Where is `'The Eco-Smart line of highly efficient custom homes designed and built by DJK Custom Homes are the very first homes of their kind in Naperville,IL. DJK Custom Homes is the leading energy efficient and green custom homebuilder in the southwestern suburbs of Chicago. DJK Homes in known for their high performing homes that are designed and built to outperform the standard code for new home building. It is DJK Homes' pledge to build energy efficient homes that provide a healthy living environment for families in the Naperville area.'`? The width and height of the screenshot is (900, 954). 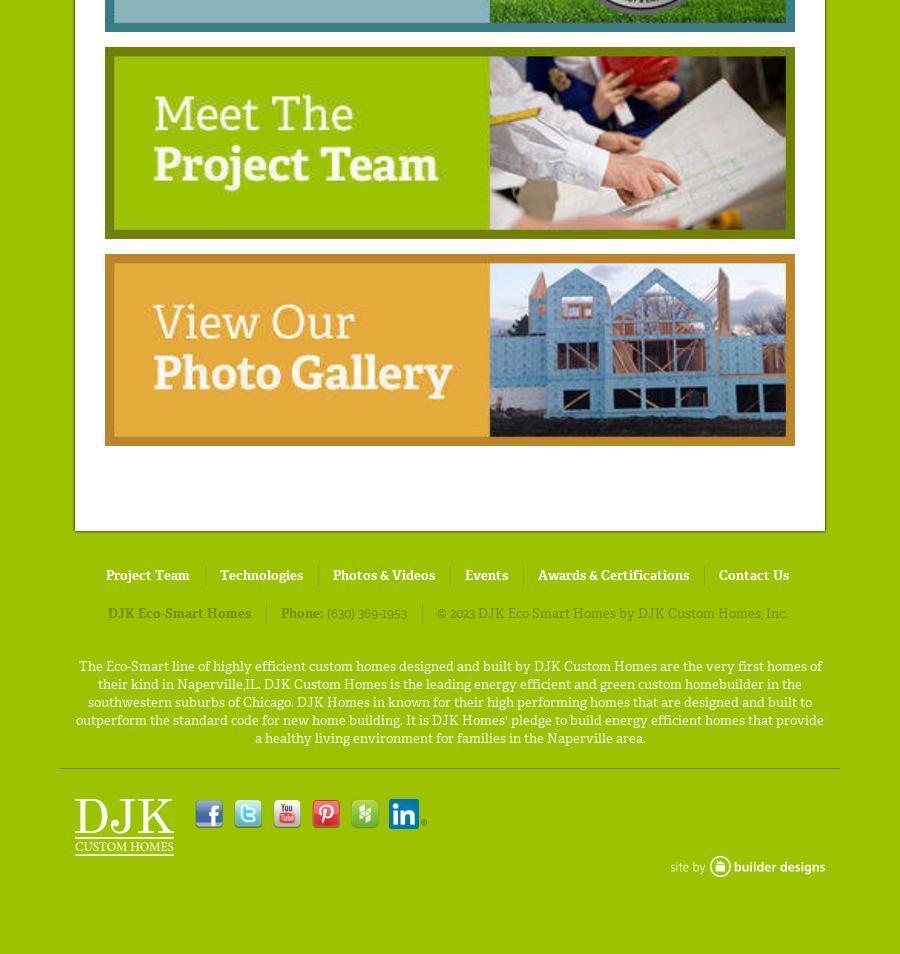 'The Eco-Smart line of highly efficient custom homes designed and built by DJK Custom Homes are the very first homes of their kind in Naperville,IL. DJK Custom Homes is the leading energy efficient and green custom homebuilder in the southwestern suburbs of Chicago. DJK Homes in known for their high performing homes that are designed and built to outperform the standard code for new home building. It is DJK Homes' pledge to build energy efficient homes that provide a healthy living environment for families in the Naperville area.' is located at coordinates (450, 701).